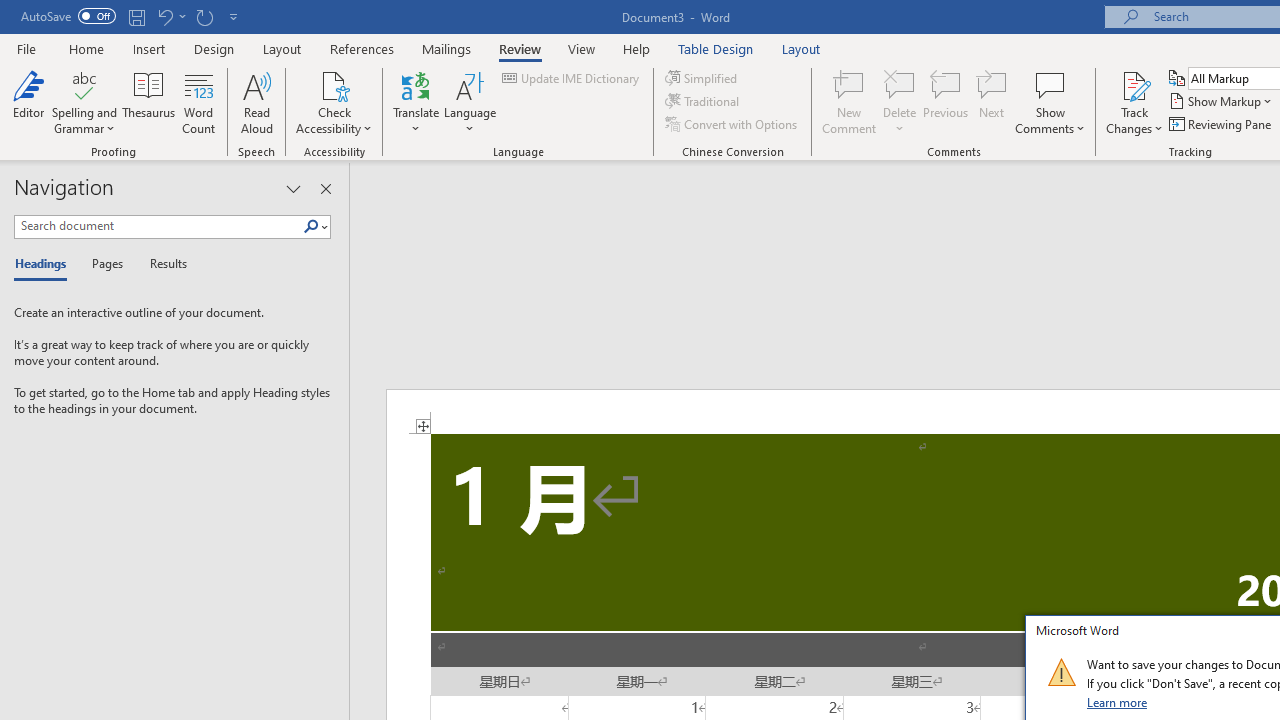  What do you see at coordinates (292, 189) in the screenshot?
I see `'Task Pane Options'` at bounding box center [292, 189].